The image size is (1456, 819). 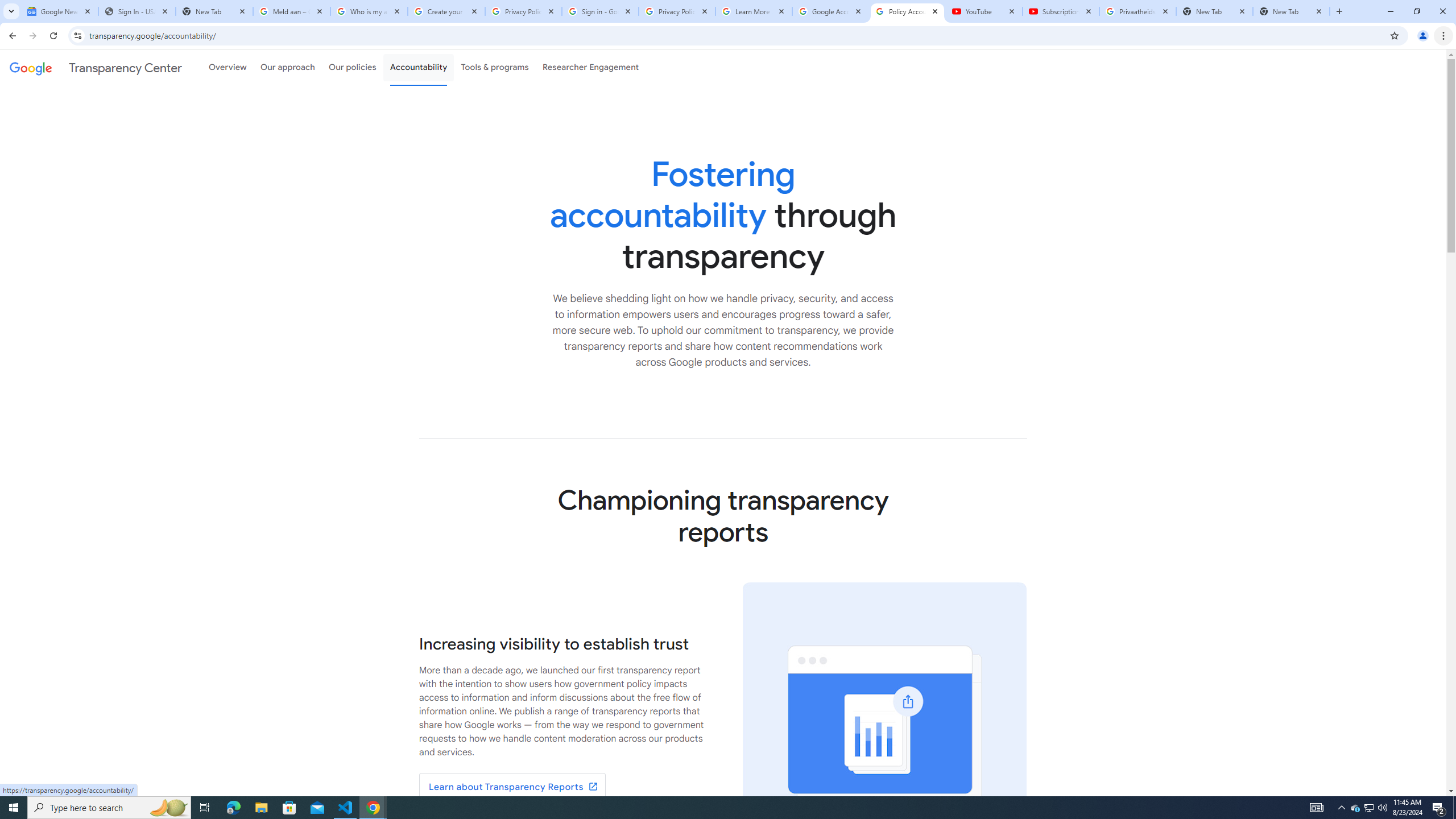 What do you see at coordinates (830, 11) in the screenshot?
I see `'Google Account'` at bounding box center [830, 11].